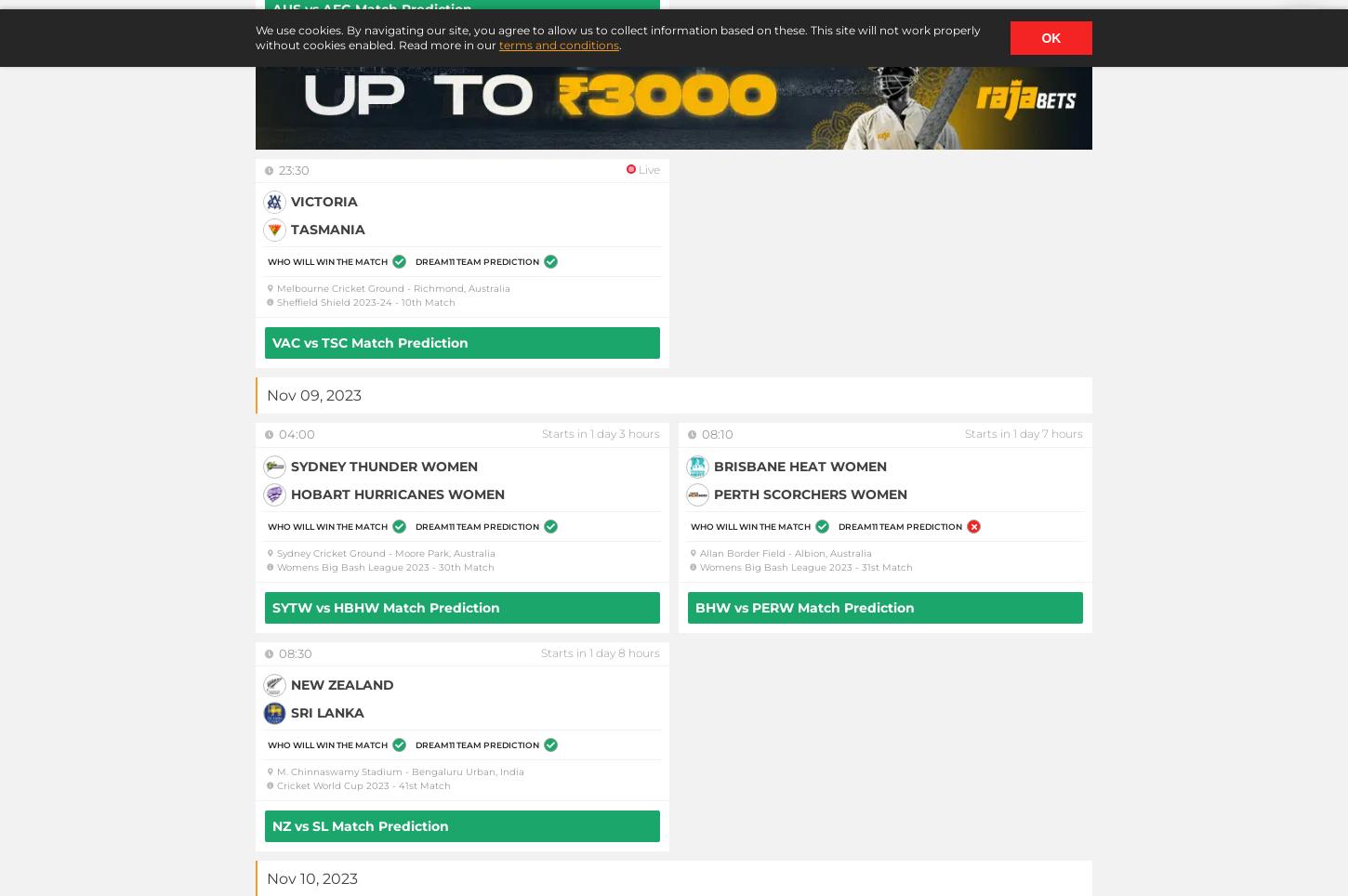 This screenshot has height=896, width=1348. What do you see at coordinates (371, 7) in the screenshot?
I see `'AUS vs AFG Match Prediction'` at bounding box center [371, 7].